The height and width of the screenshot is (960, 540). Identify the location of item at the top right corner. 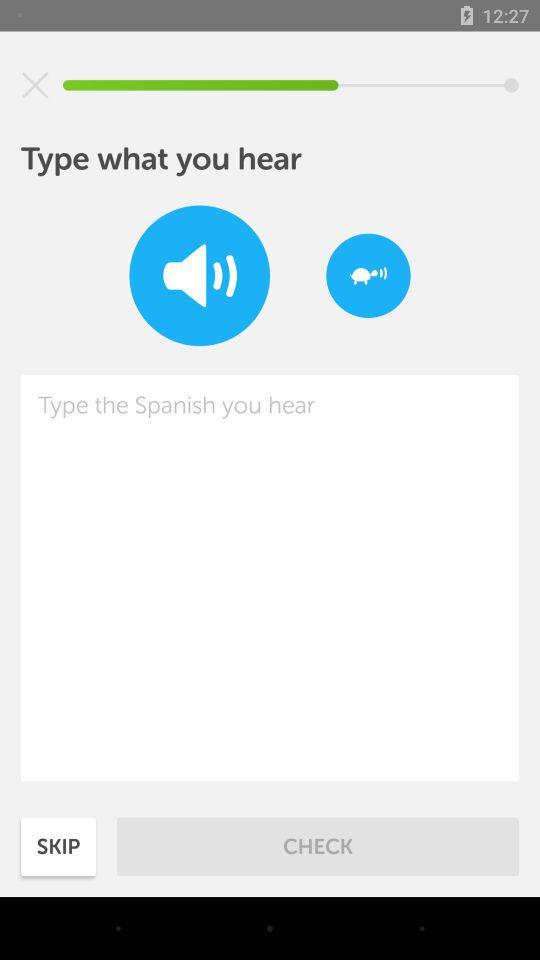
(367, 274).